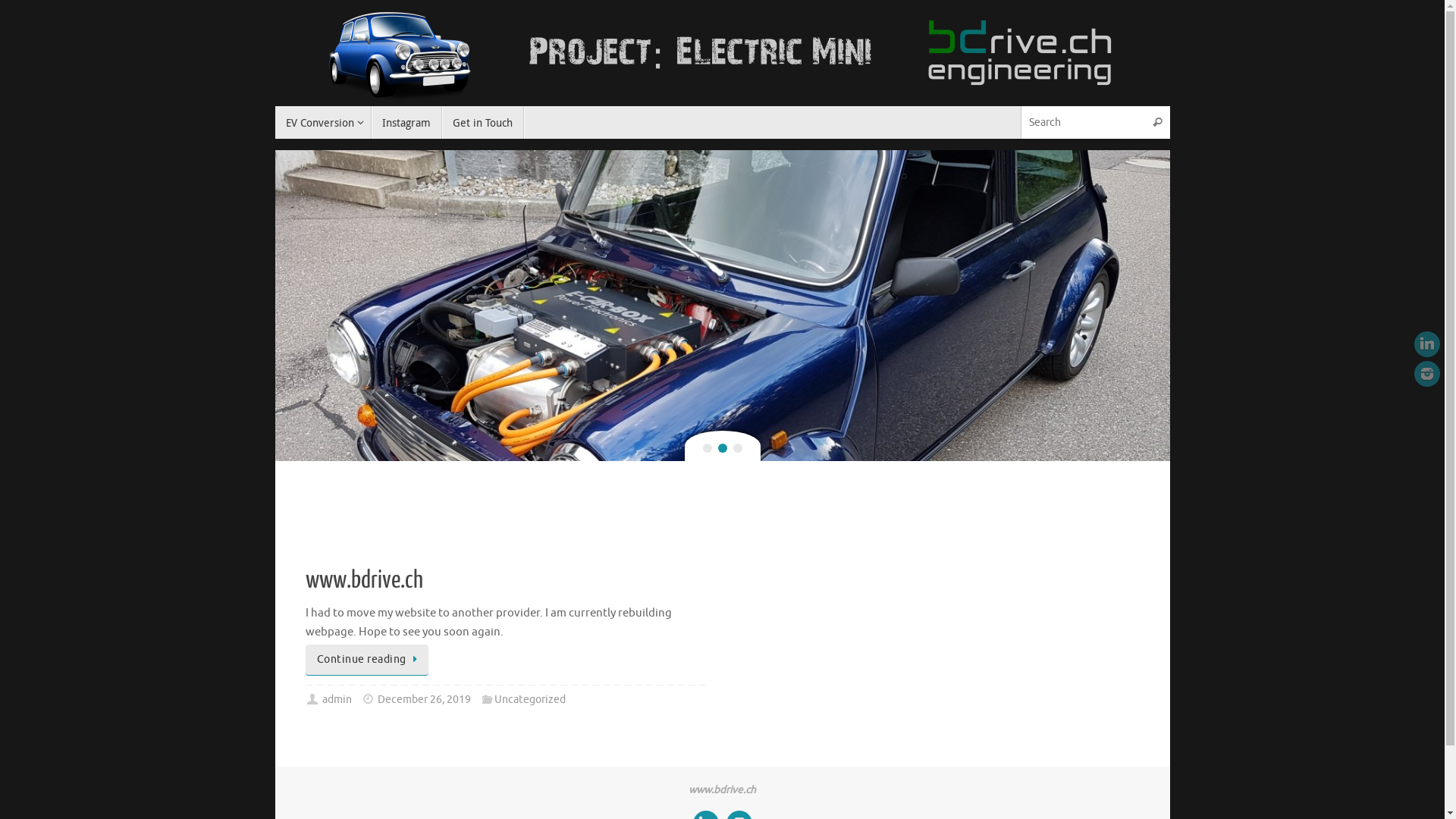 The image size is (1456, 819). Describe the element at coordinates (1156, 121) in the screenshot. I see `'Search'` at that location.